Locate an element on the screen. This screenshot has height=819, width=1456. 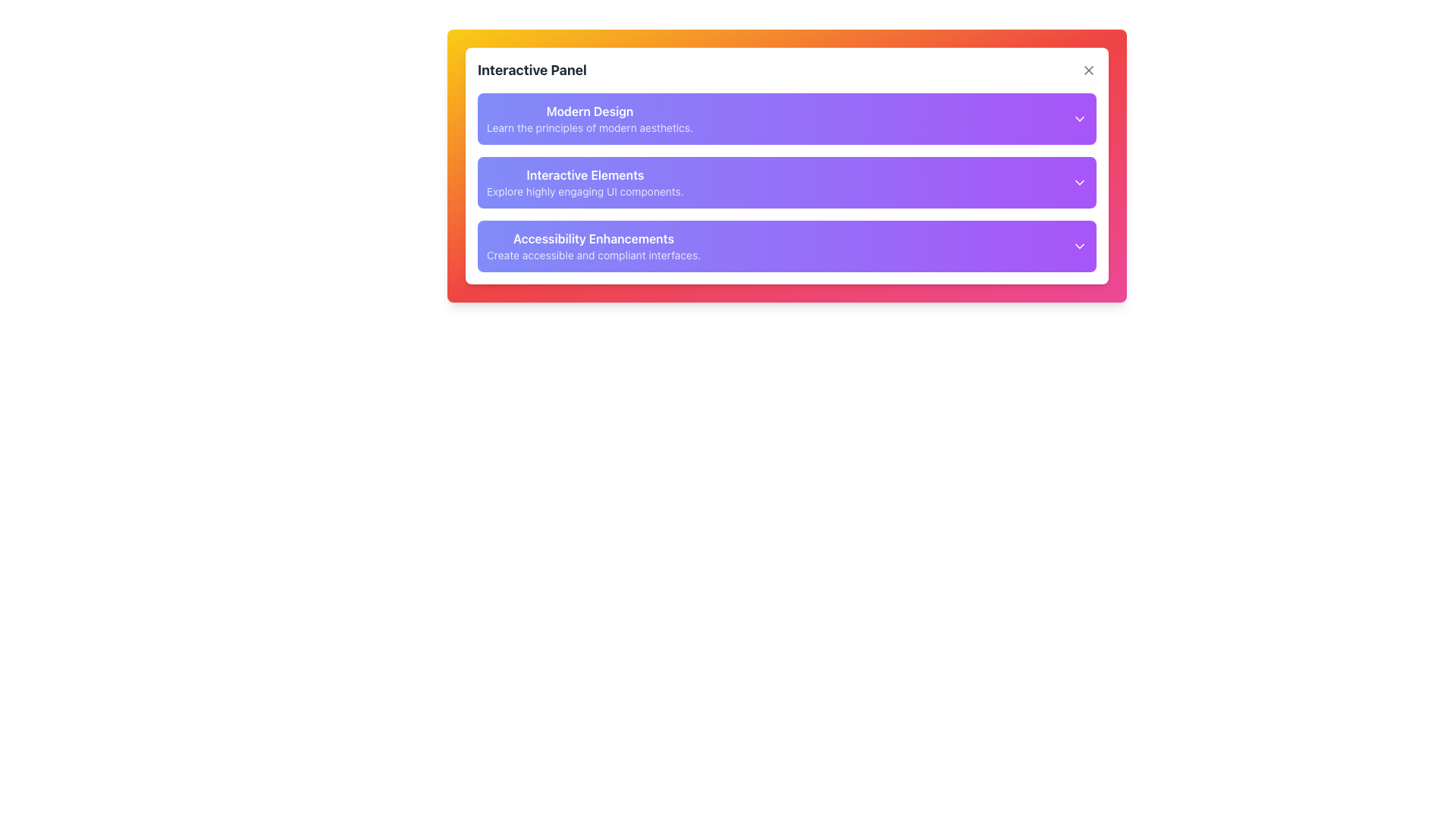
the first Text block in the vertical list of selectable options within the panel is located at coordinates (588, 118).